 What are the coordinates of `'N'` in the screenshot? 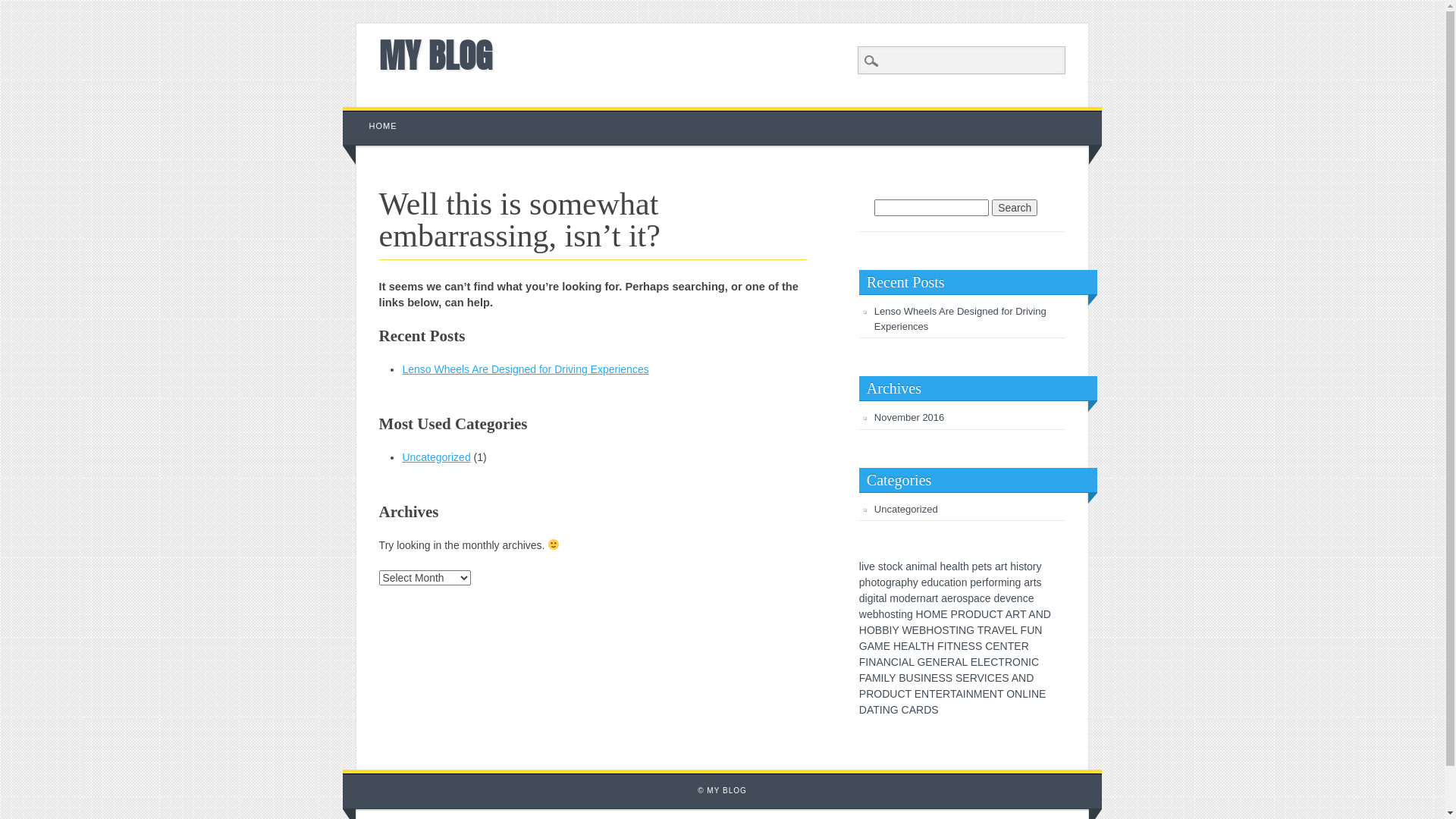 It's located at (1039, 614).